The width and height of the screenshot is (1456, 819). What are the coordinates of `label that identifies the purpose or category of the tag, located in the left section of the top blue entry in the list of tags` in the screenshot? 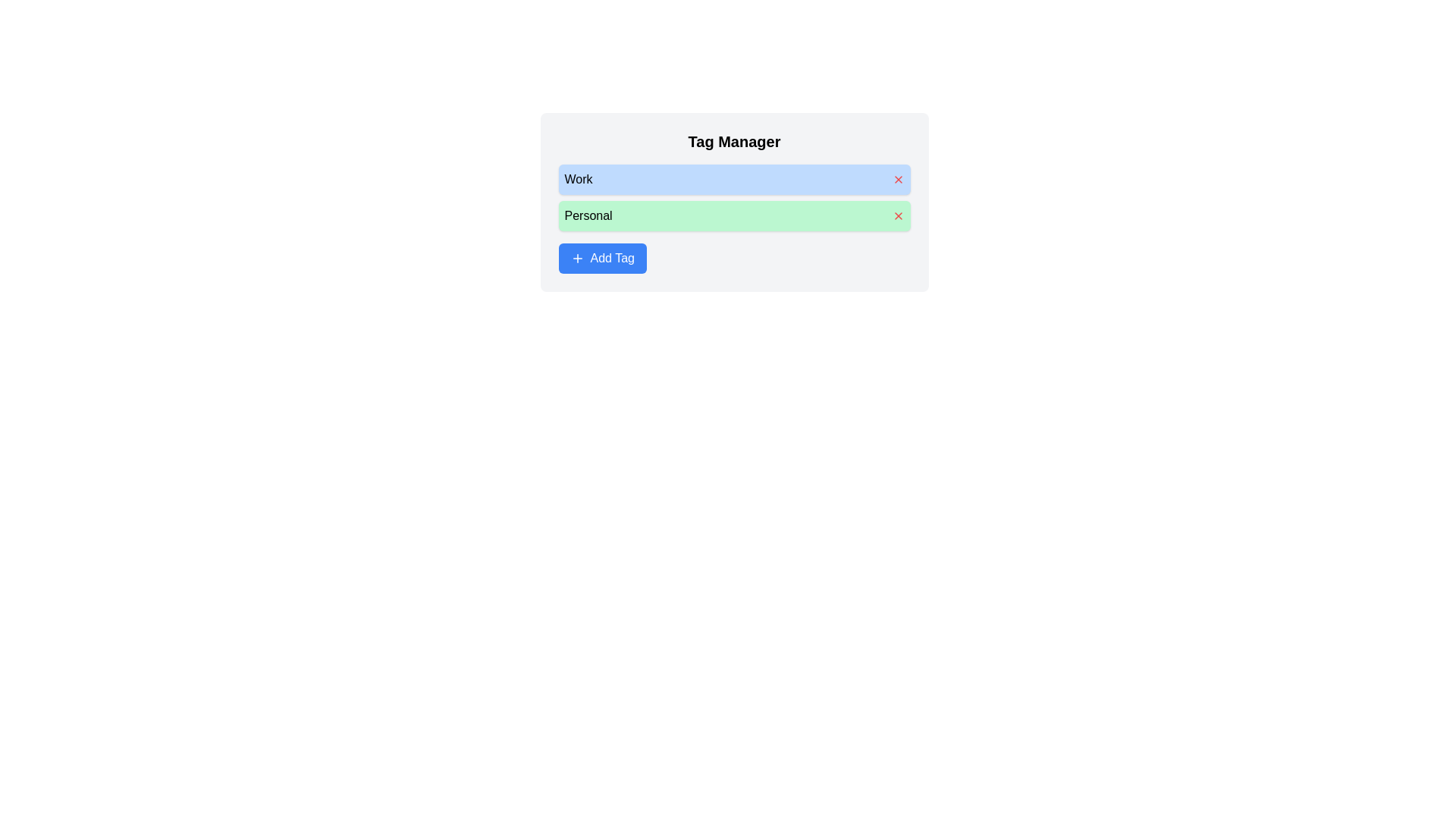 It's located at (578, 178).